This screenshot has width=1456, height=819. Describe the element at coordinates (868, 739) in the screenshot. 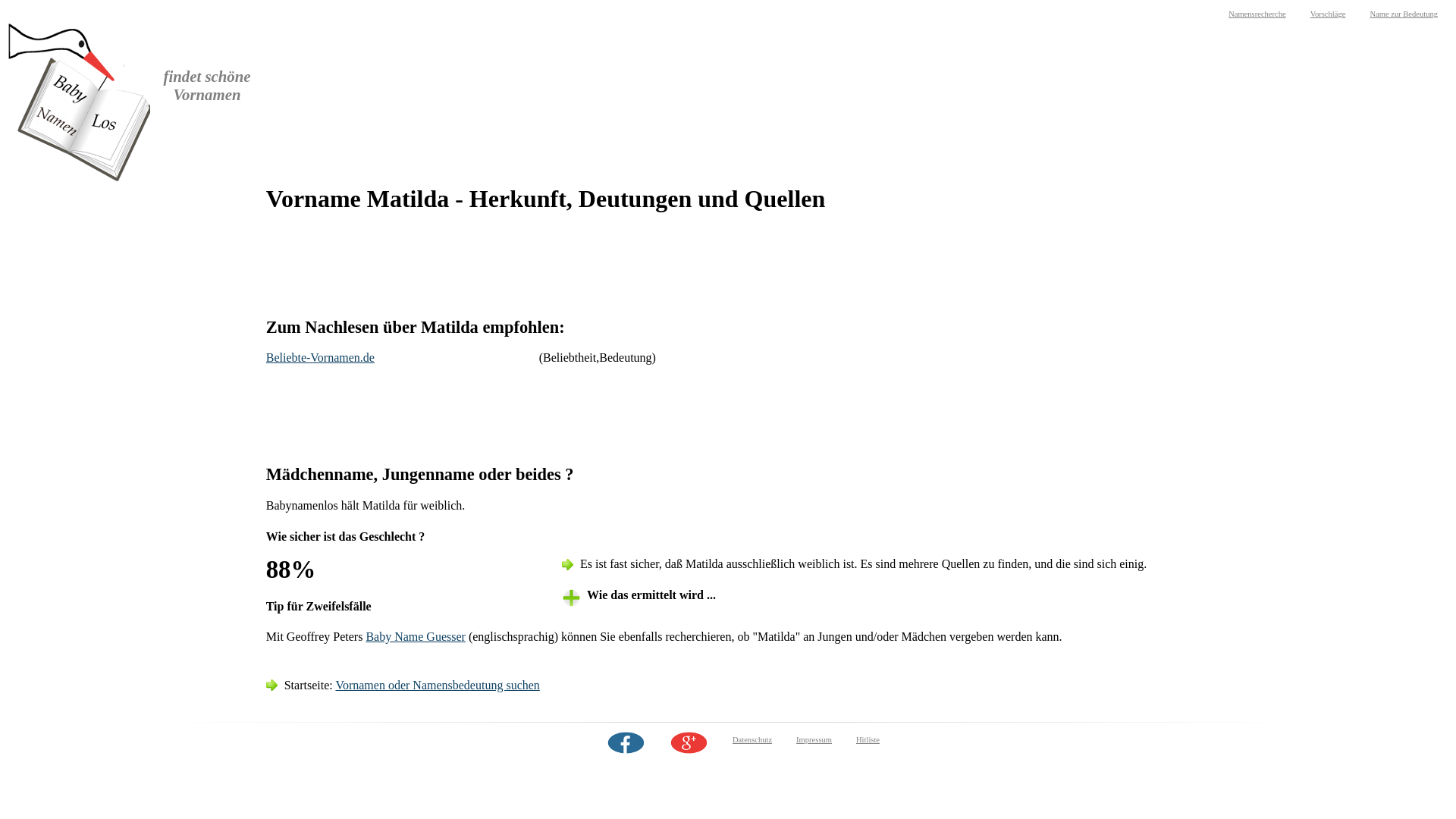

I see `'Hitliste'` at that location.